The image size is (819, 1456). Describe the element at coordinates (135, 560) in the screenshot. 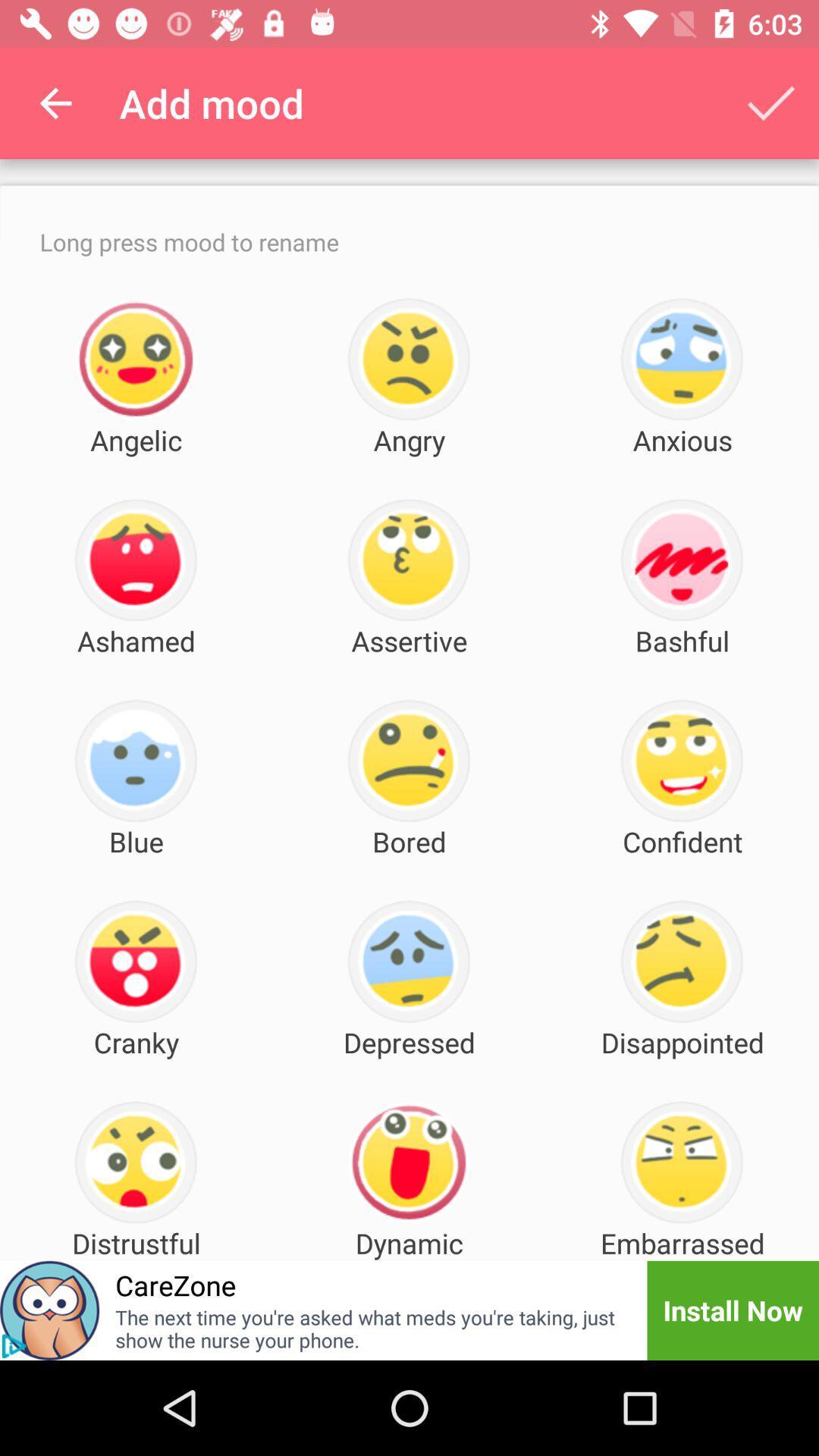

I see `the ashamed emoji` at that location.